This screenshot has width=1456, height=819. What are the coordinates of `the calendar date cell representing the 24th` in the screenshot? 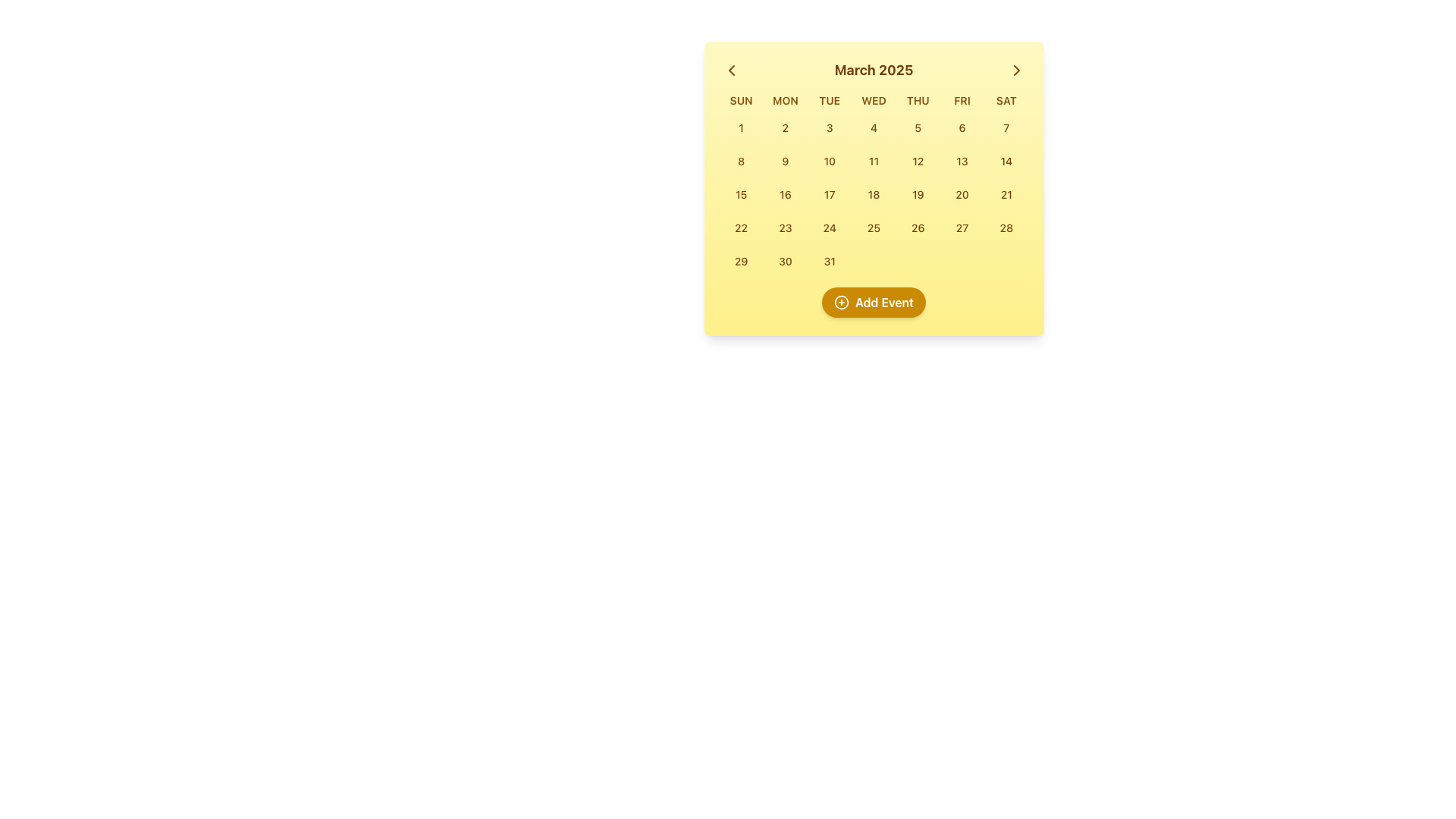 It's located at (829, 227).